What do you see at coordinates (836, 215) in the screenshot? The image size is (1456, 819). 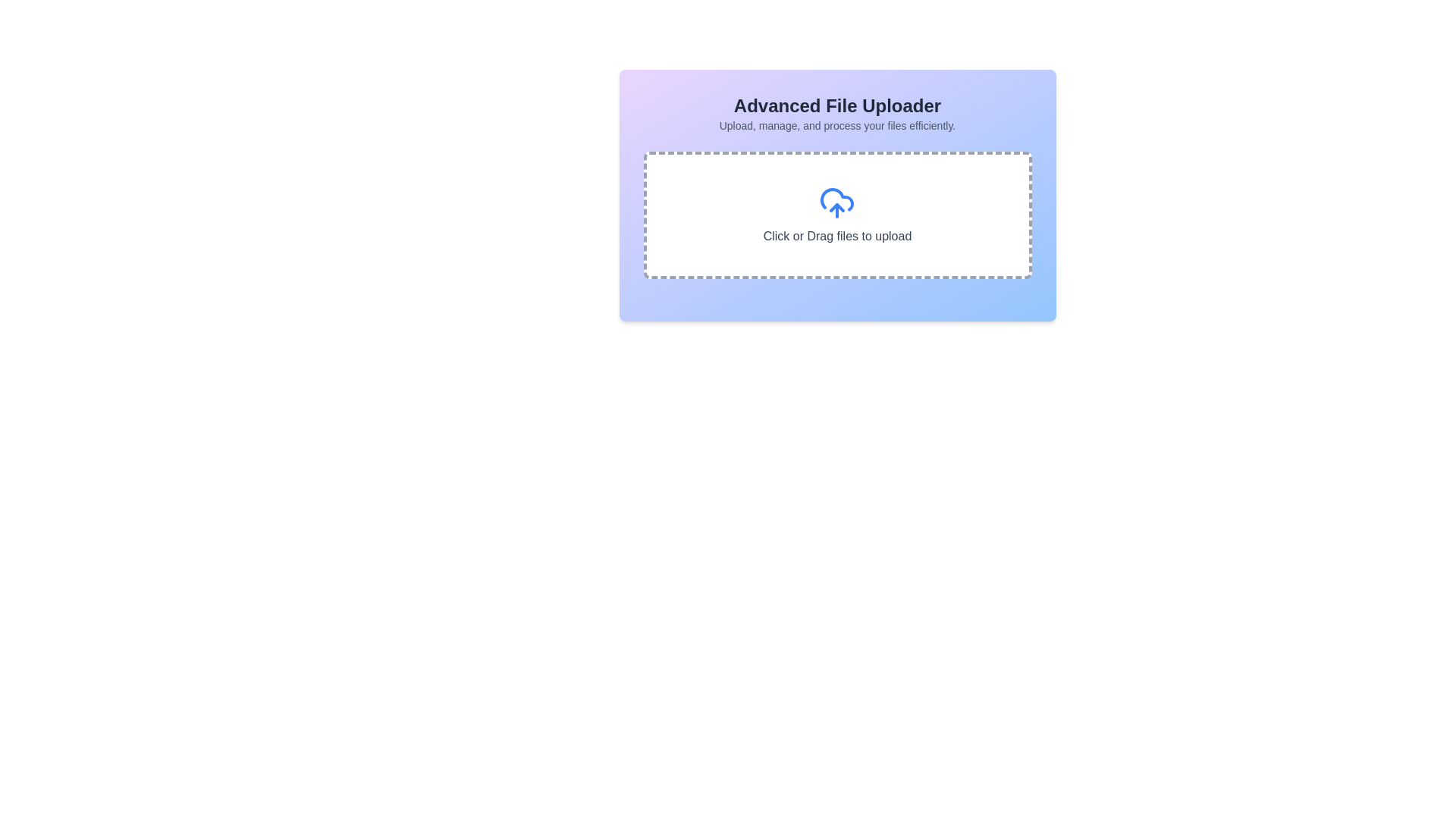 I see `the File upload zone which is a large rectangular box with dashed gray borders and a centered blue cloud upload icon` at bounding box center [836, 215].